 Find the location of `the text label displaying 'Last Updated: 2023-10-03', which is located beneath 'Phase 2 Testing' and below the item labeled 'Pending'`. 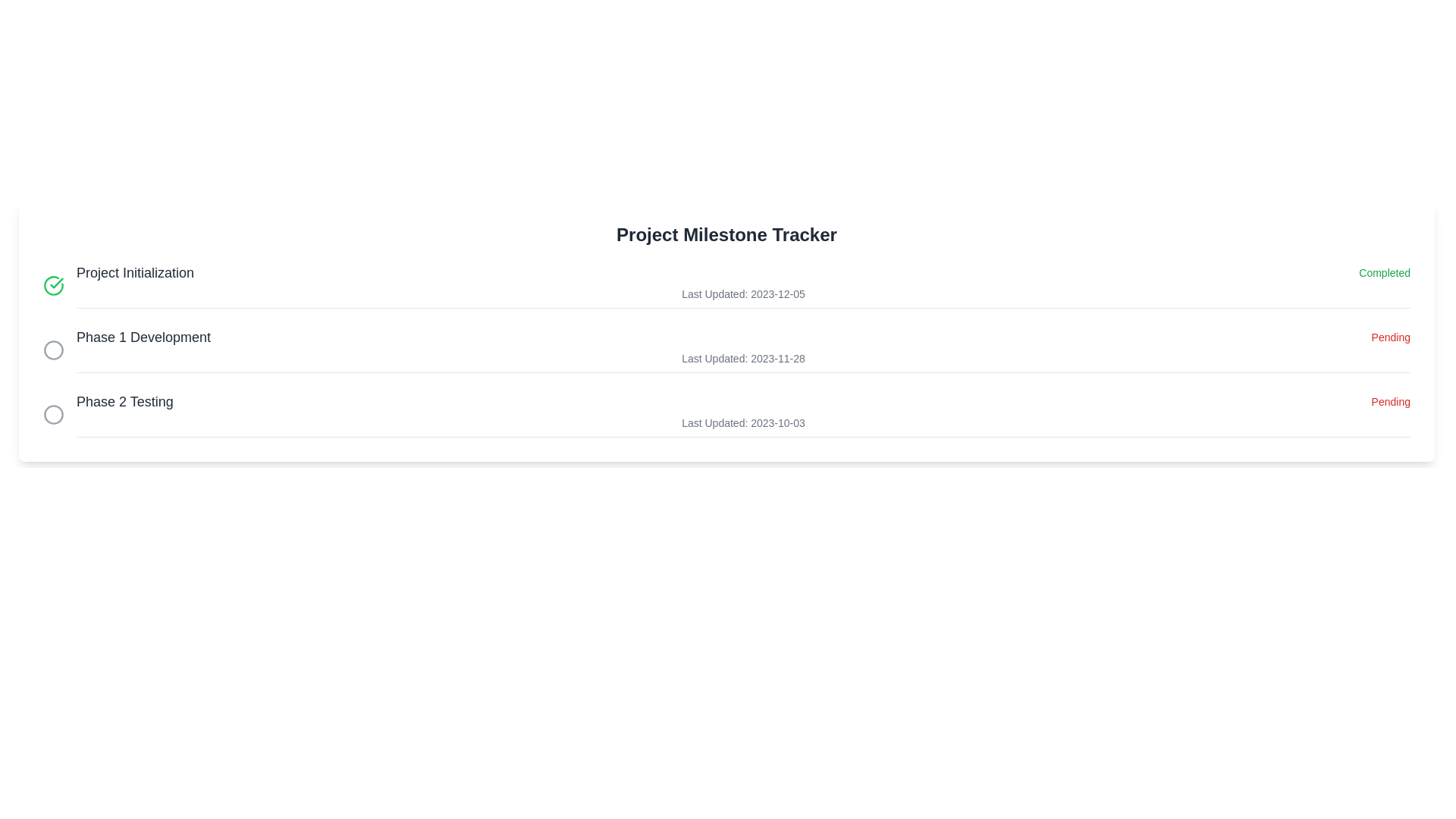

the text label displaying 'Last Updated: 2023-10-03', which is located beneath 'Phase 2 Testing' and below the item labeled 'Pending' is located at coordinates (743, 423).